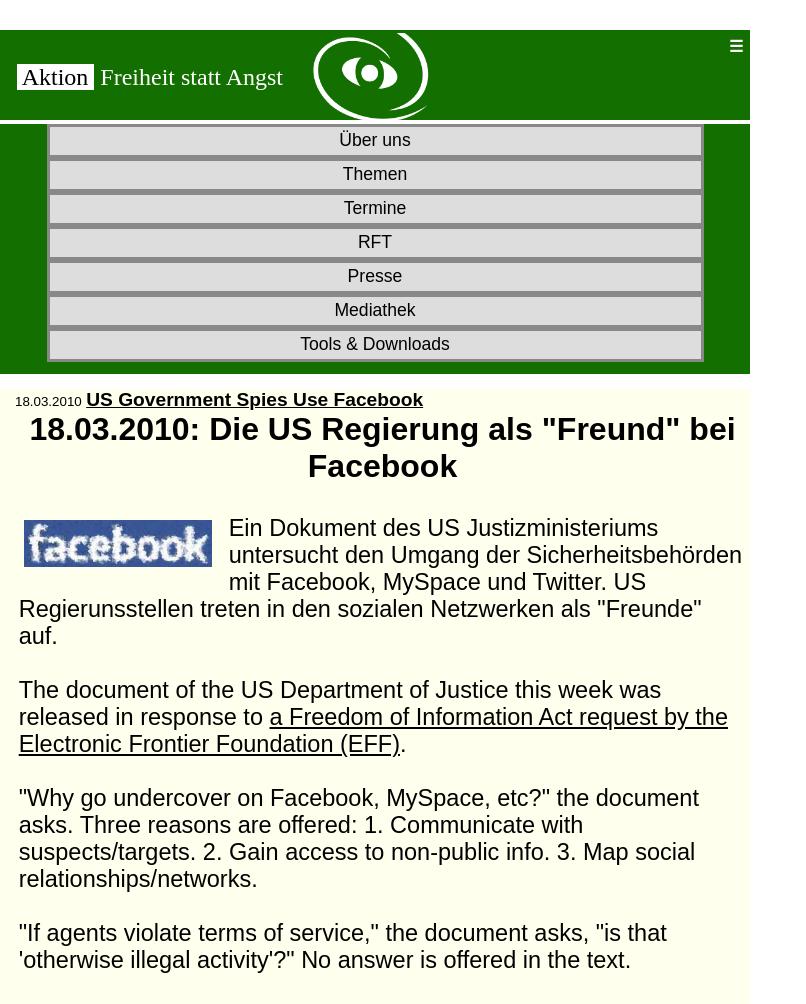  What do you see at coordinates (99, 76) in the screenshot?
I see `'Freiheit statt Angst'` at bounding box center [99, 76].